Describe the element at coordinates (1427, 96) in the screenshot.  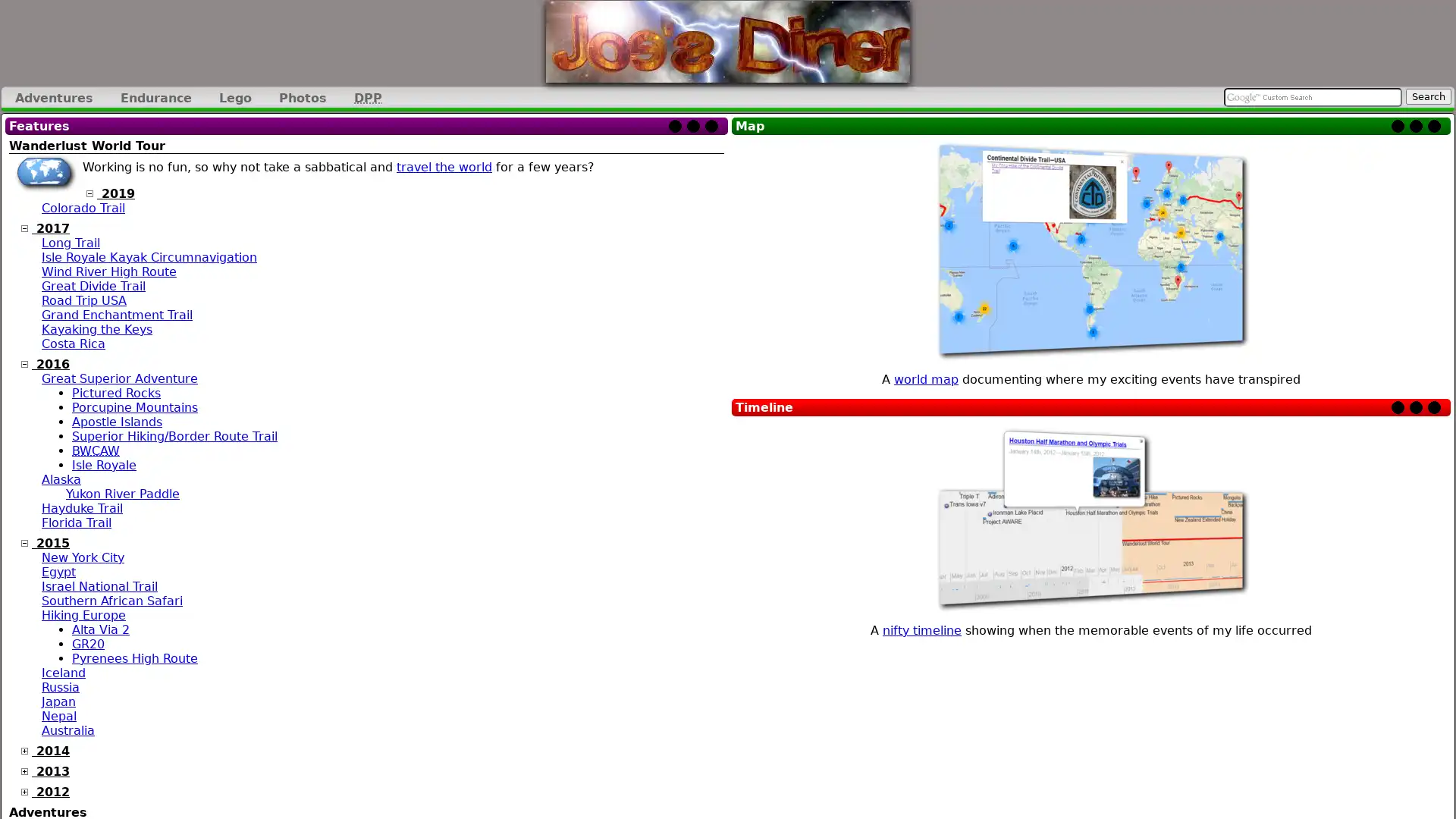
I see `Search` at that location.